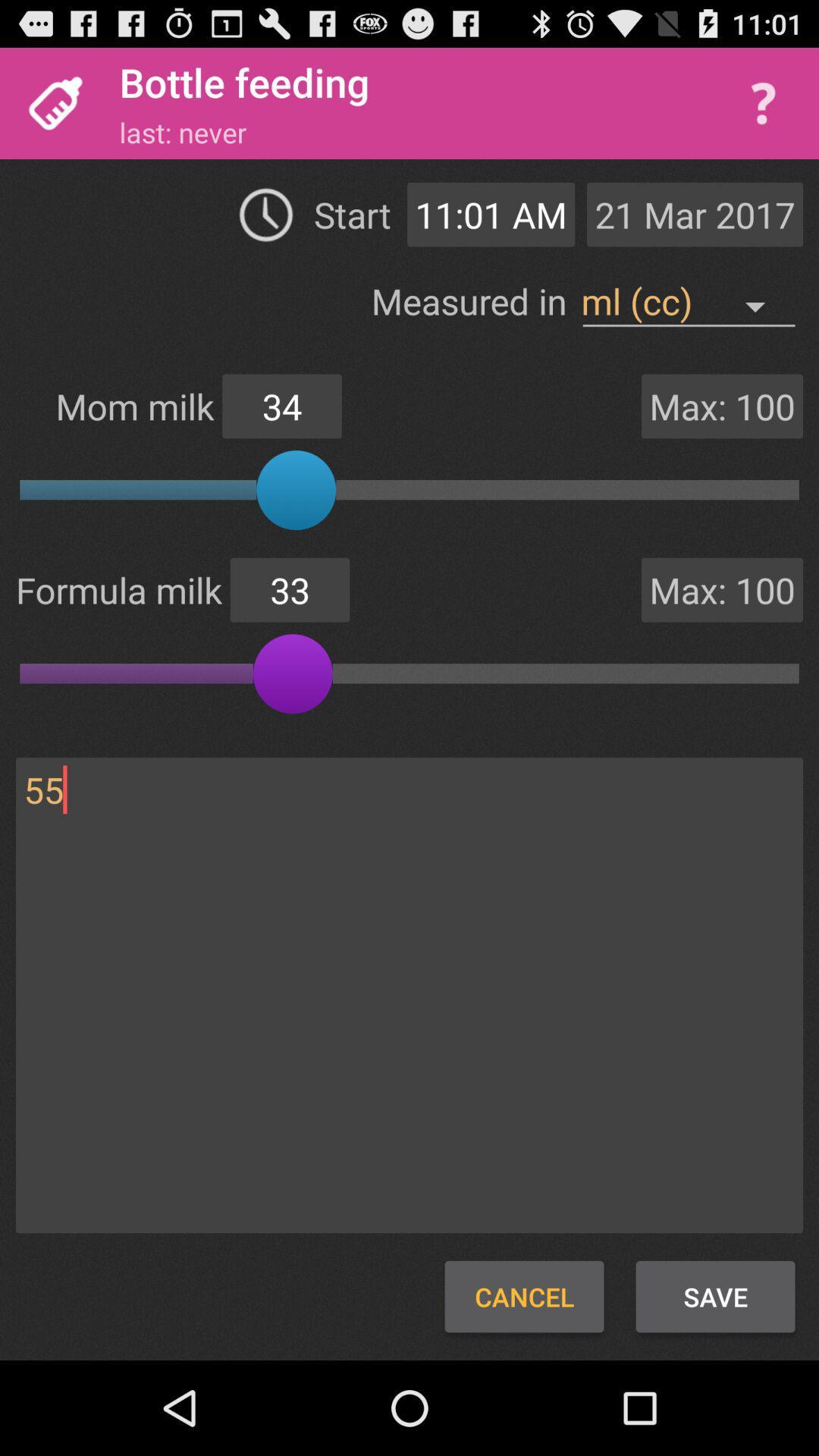  What do you see at coordinates (763, 110) in the screenshot?
I see `the help icon` at bounding box center [763, 110].